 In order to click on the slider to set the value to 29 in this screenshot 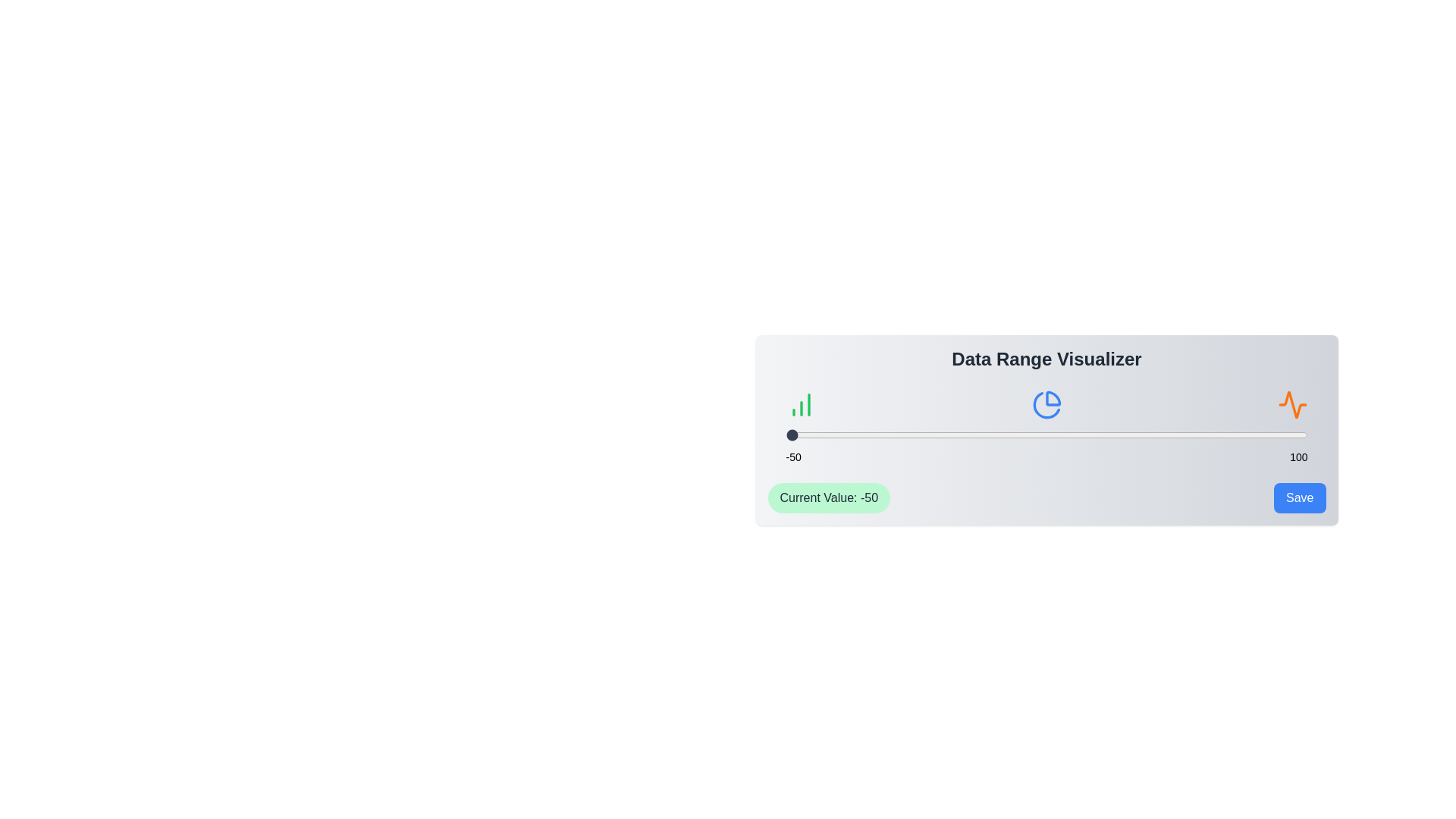, I will do `click(1059, 435)`.